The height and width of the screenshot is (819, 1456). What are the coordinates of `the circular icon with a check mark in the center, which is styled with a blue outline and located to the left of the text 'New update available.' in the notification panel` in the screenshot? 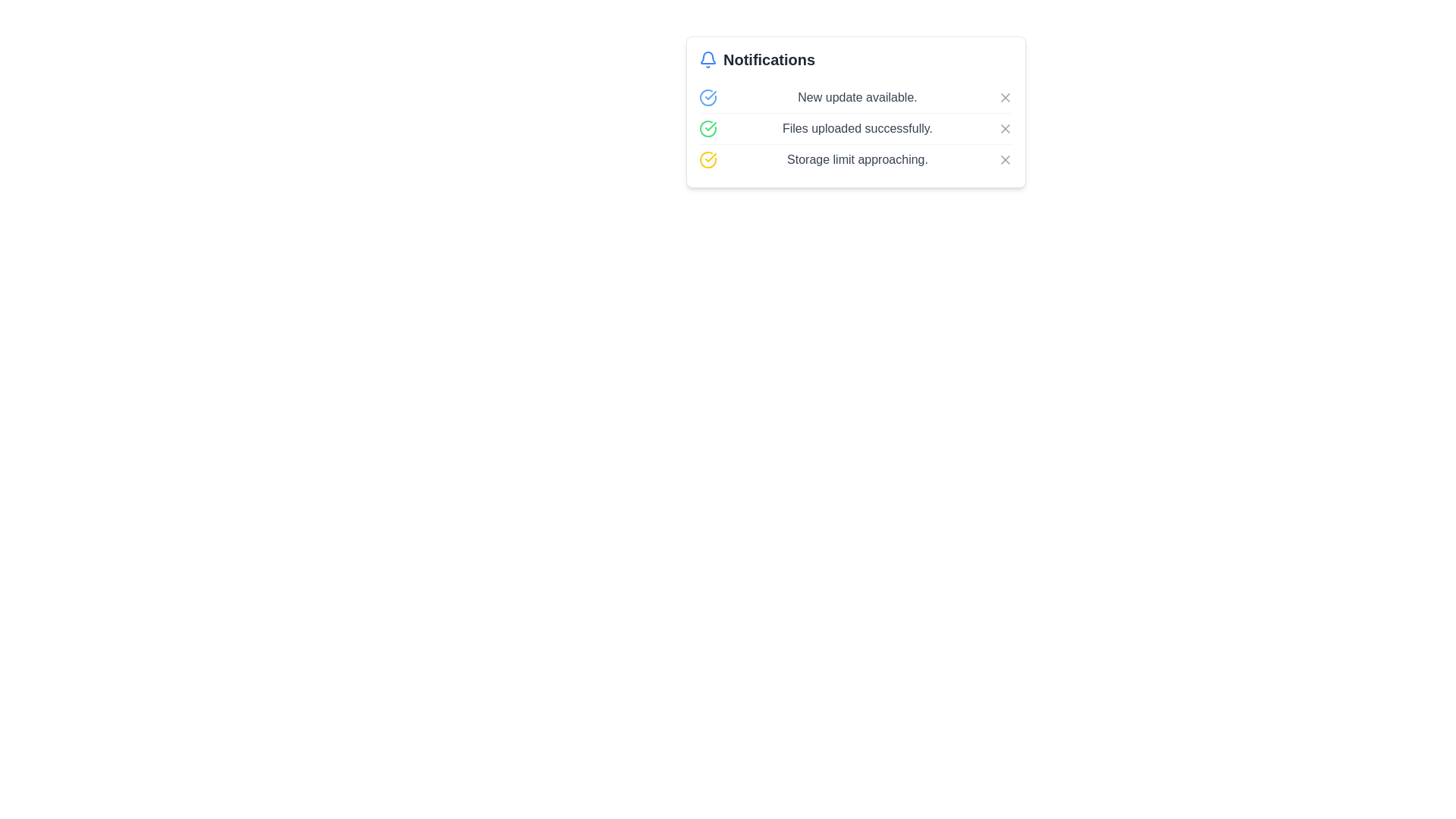 It's located at (708, 97).